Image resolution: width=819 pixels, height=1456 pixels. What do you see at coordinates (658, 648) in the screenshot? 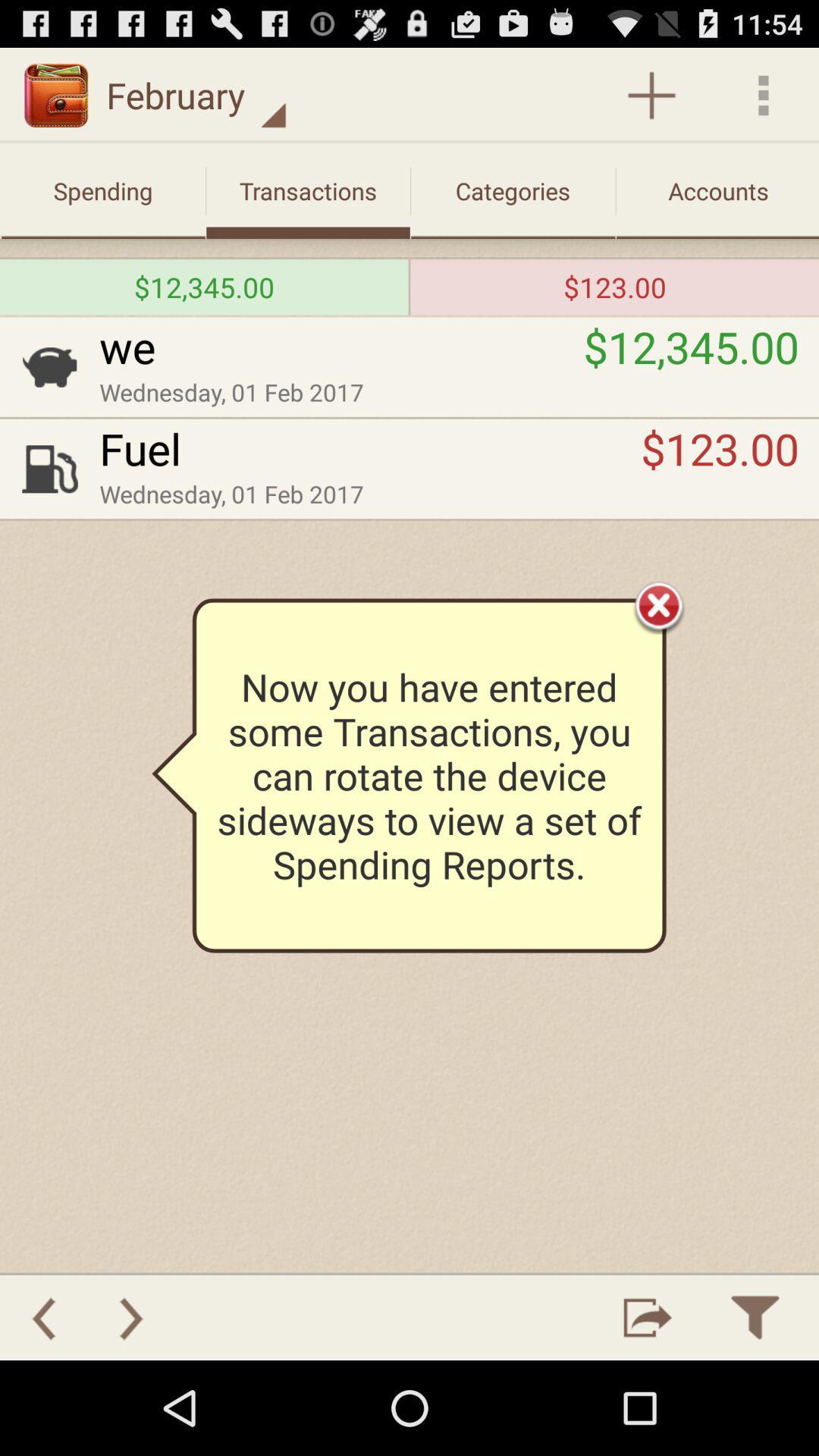
I see `the close icon` at bounding box center [658, 648].